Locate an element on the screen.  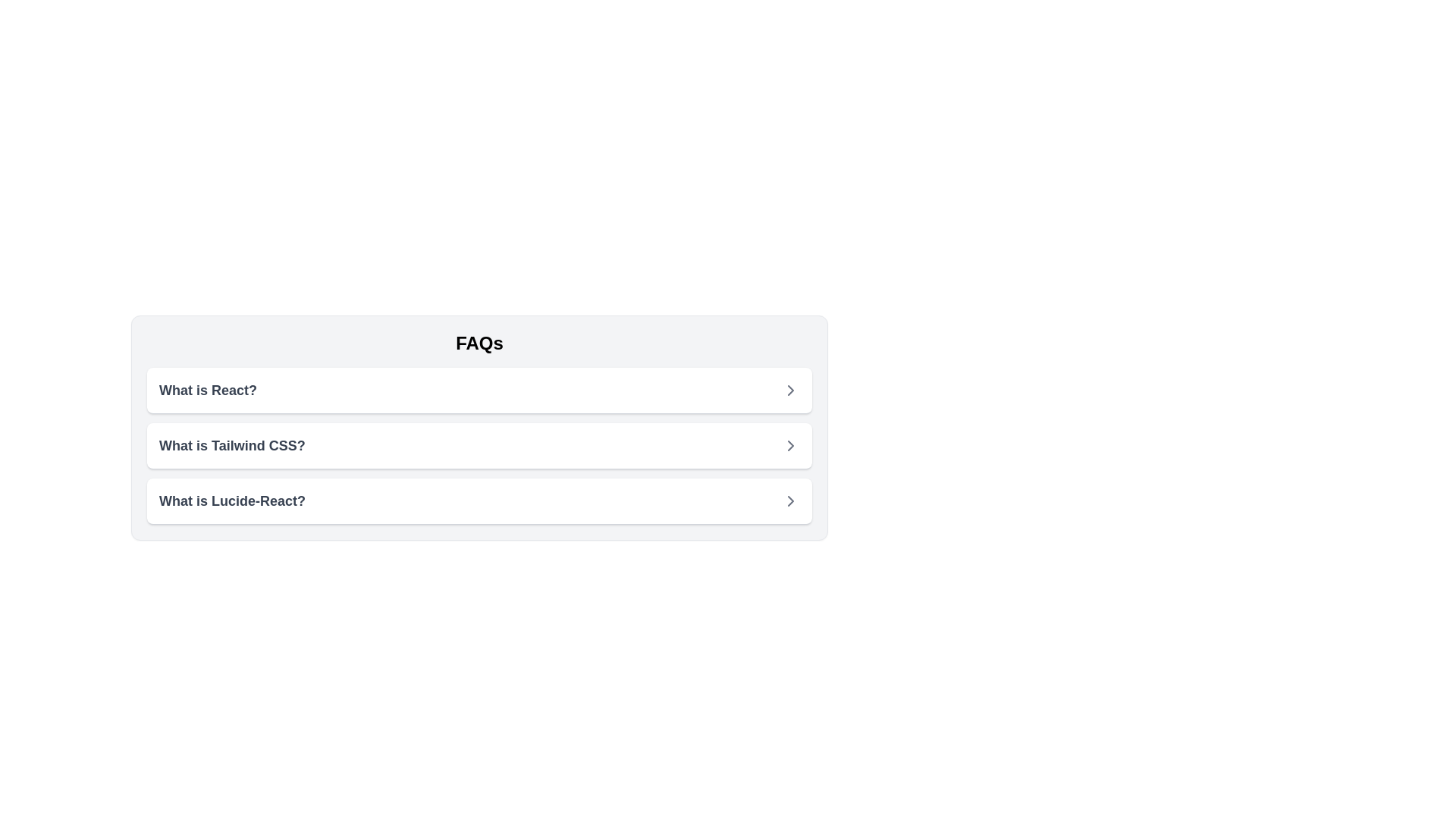
the right-facing chevron icon in gray located next to the list item labeled 'What is React?' is located at coordinates (789, 390).